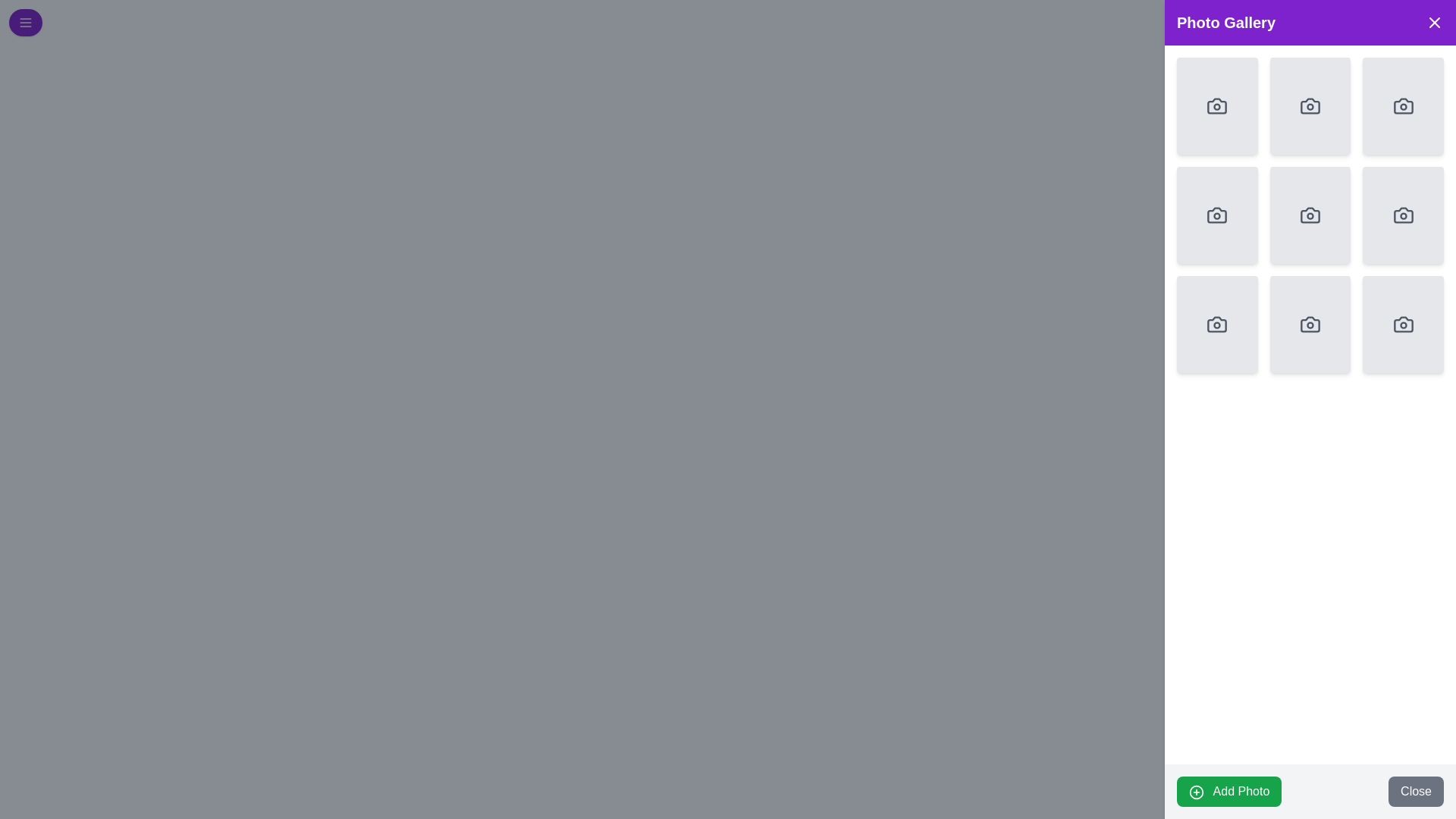 This screenshot has height=819, width=1456. I want to click on the camera icon in the middle row, second item of the photo gallery grid, which represents the option to add or manage a photo, so click(1310, 324).